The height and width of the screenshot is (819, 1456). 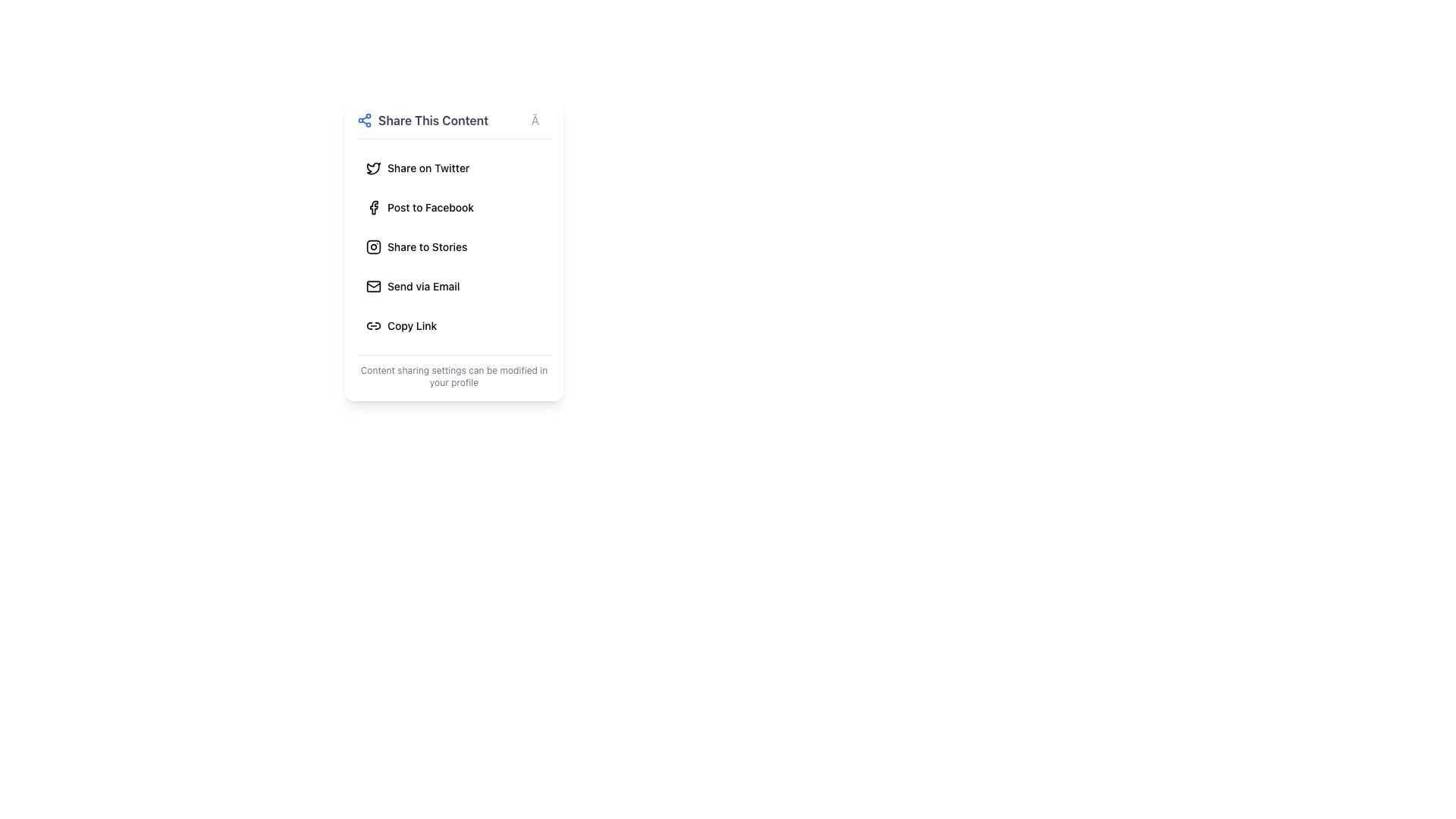 I want to click on the share to Stories icon, which is the third item in the horizontal menu layout, located to the left of the text 'Share to Stories', so click(x=374, y=246).